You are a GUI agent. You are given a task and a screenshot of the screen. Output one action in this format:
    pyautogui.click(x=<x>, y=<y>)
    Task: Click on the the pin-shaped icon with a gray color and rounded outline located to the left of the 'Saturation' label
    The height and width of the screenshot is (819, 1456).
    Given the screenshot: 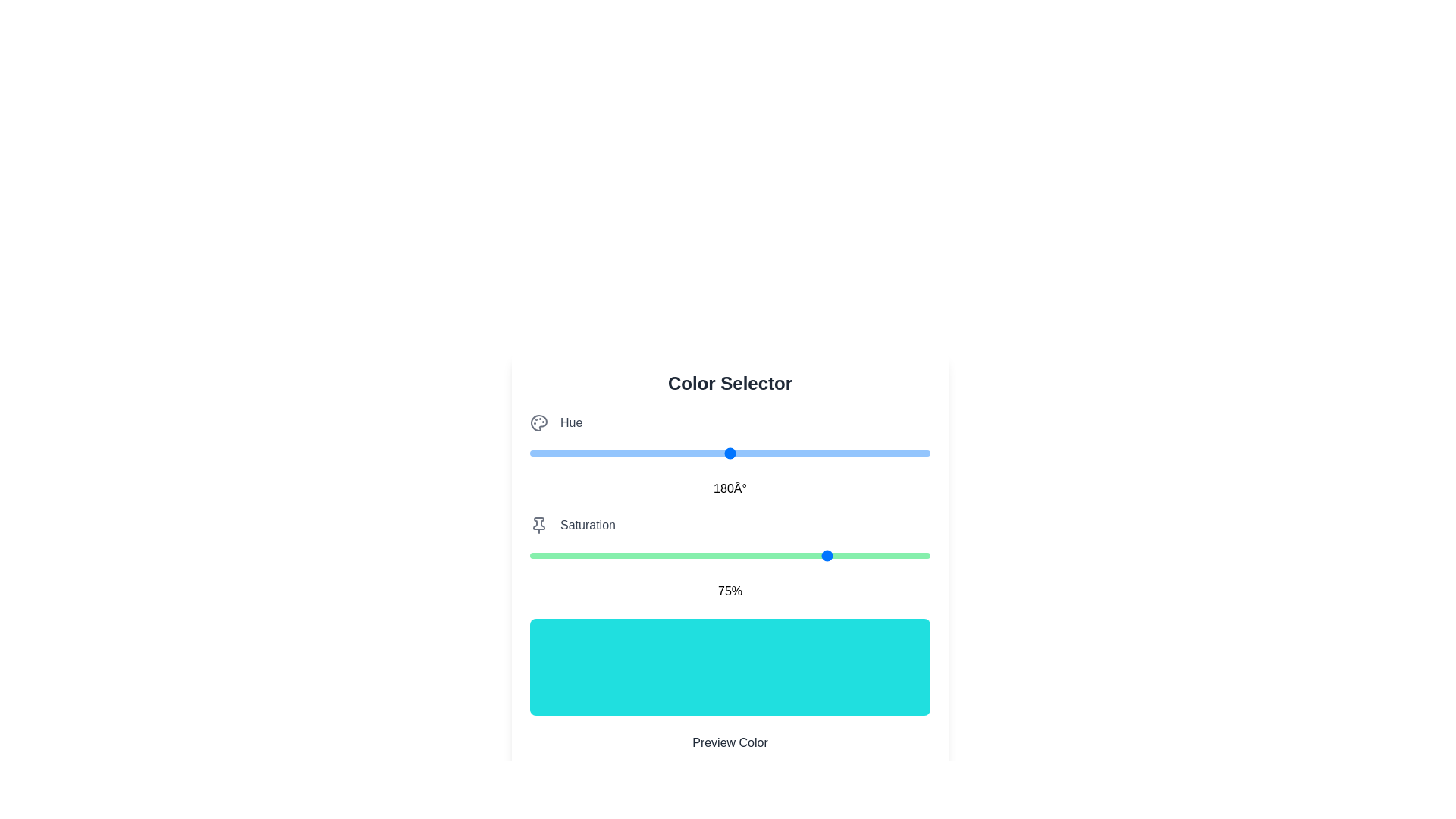 What is the action you would take?
    pyautogui.click(x=538, y=525)
    